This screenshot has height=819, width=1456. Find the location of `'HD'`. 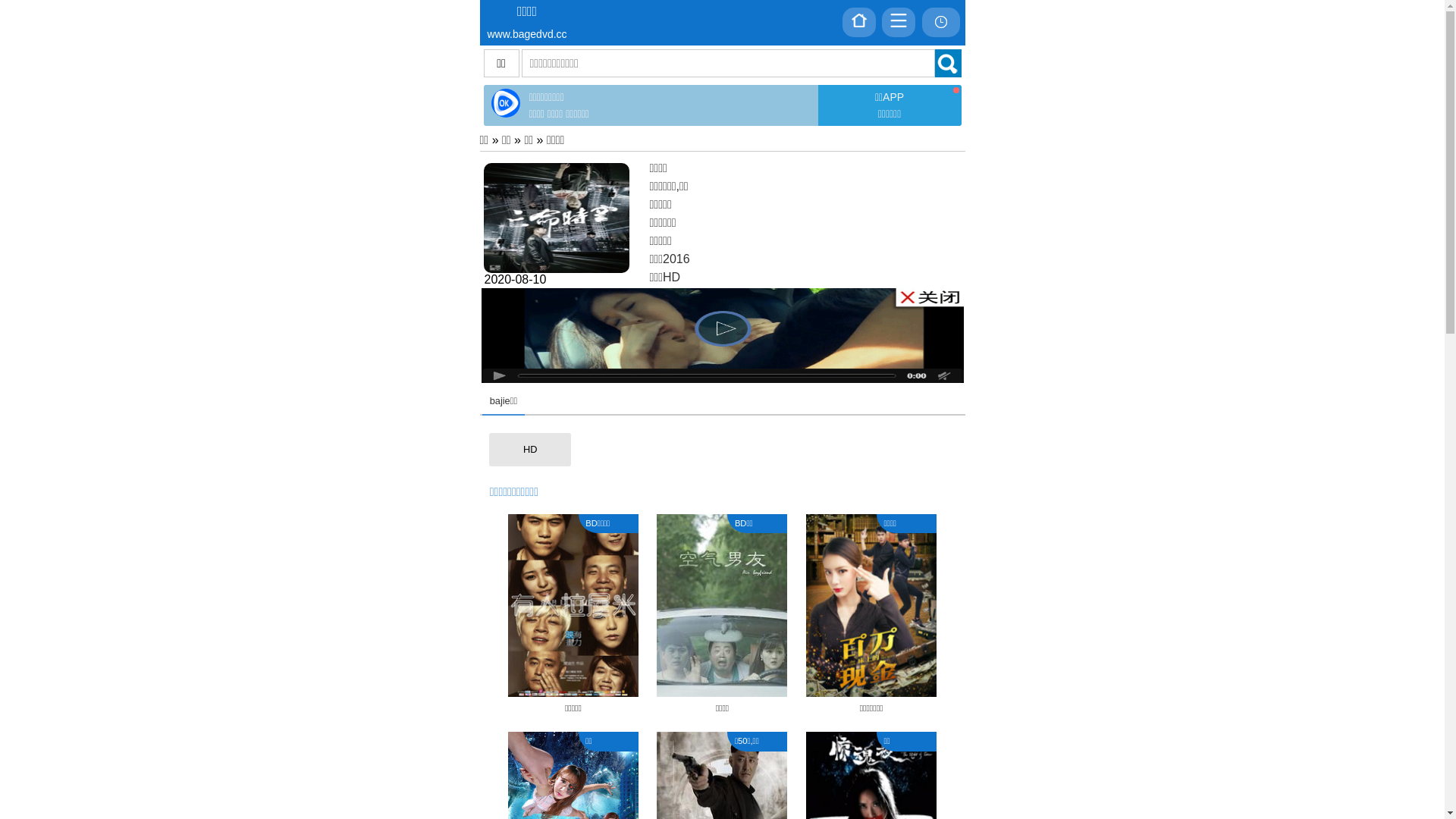

'HD' is located at coordinates (530, 449).